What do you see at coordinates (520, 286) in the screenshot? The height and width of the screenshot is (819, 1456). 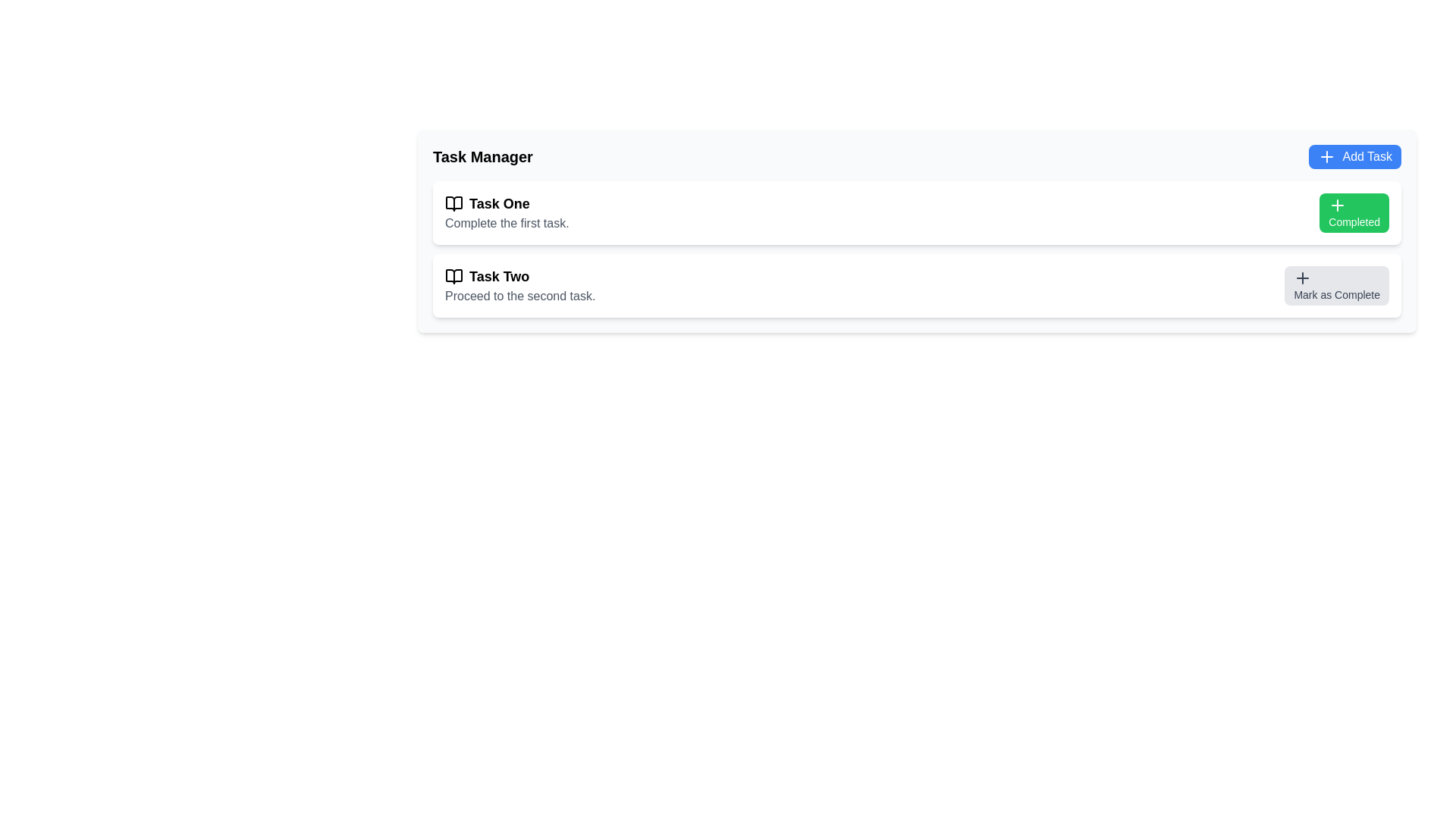 I see `the text block with the title 'Task Two' and subtitle 'Proceed to the second task', which is located within the task card for 'Task Two', centered horizontally and vertically split between the title and subtitle` at bounding box center [520, 286].